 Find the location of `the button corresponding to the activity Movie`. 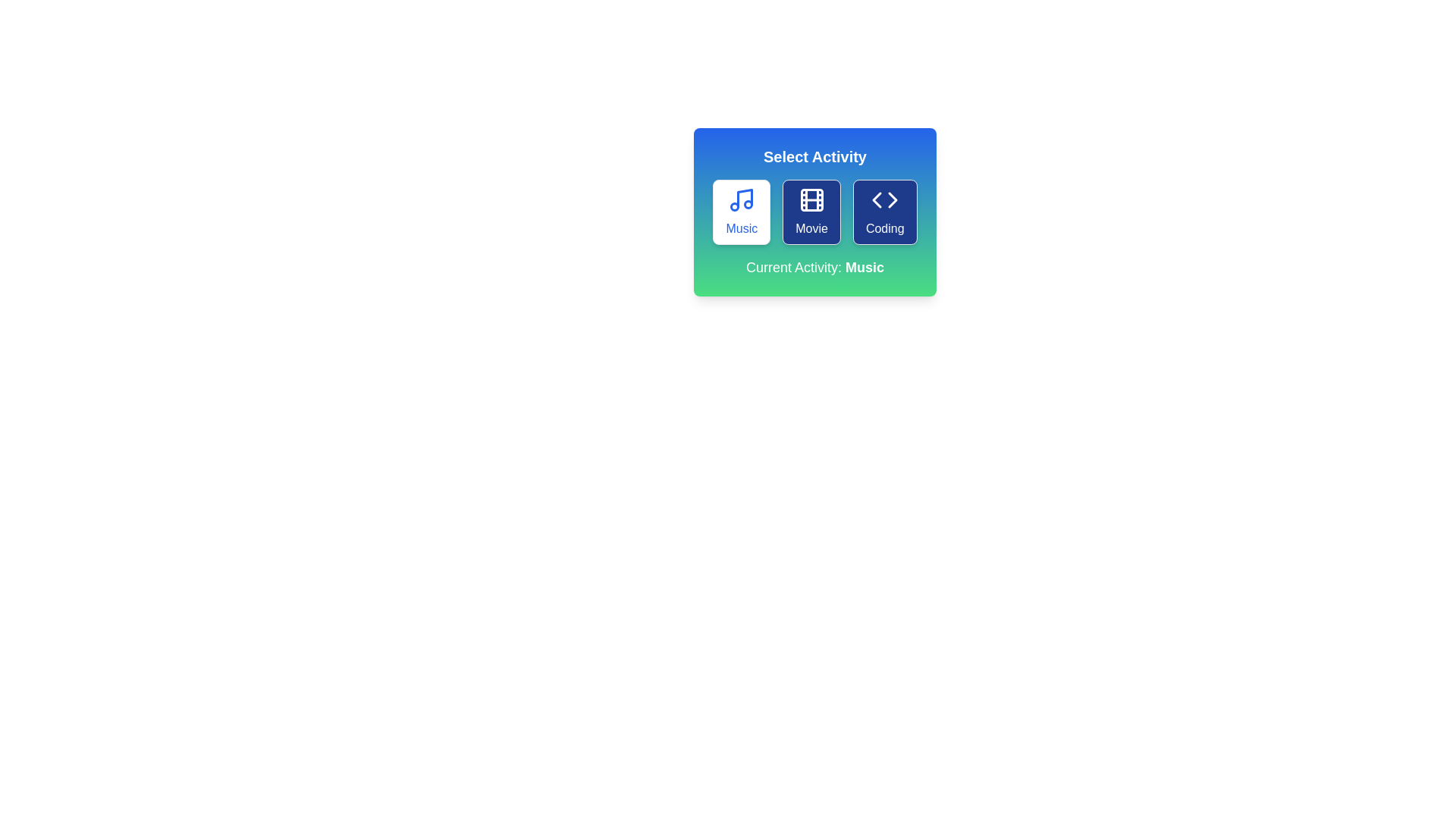

the button corresponding to the activity Movie is located at coordinates (811, 212).